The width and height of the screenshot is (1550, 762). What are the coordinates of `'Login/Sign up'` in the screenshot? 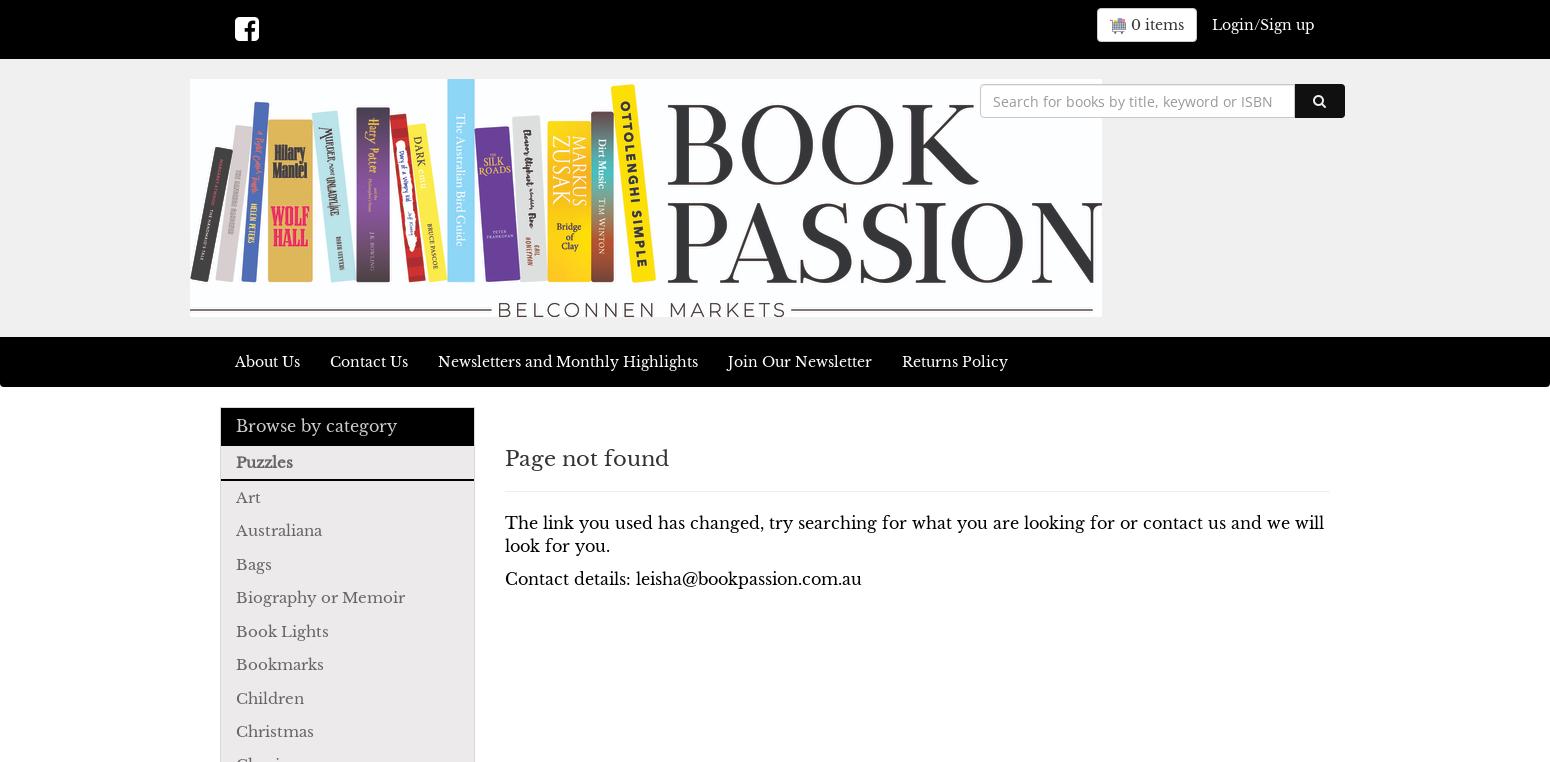 It's located at (1262, 23).